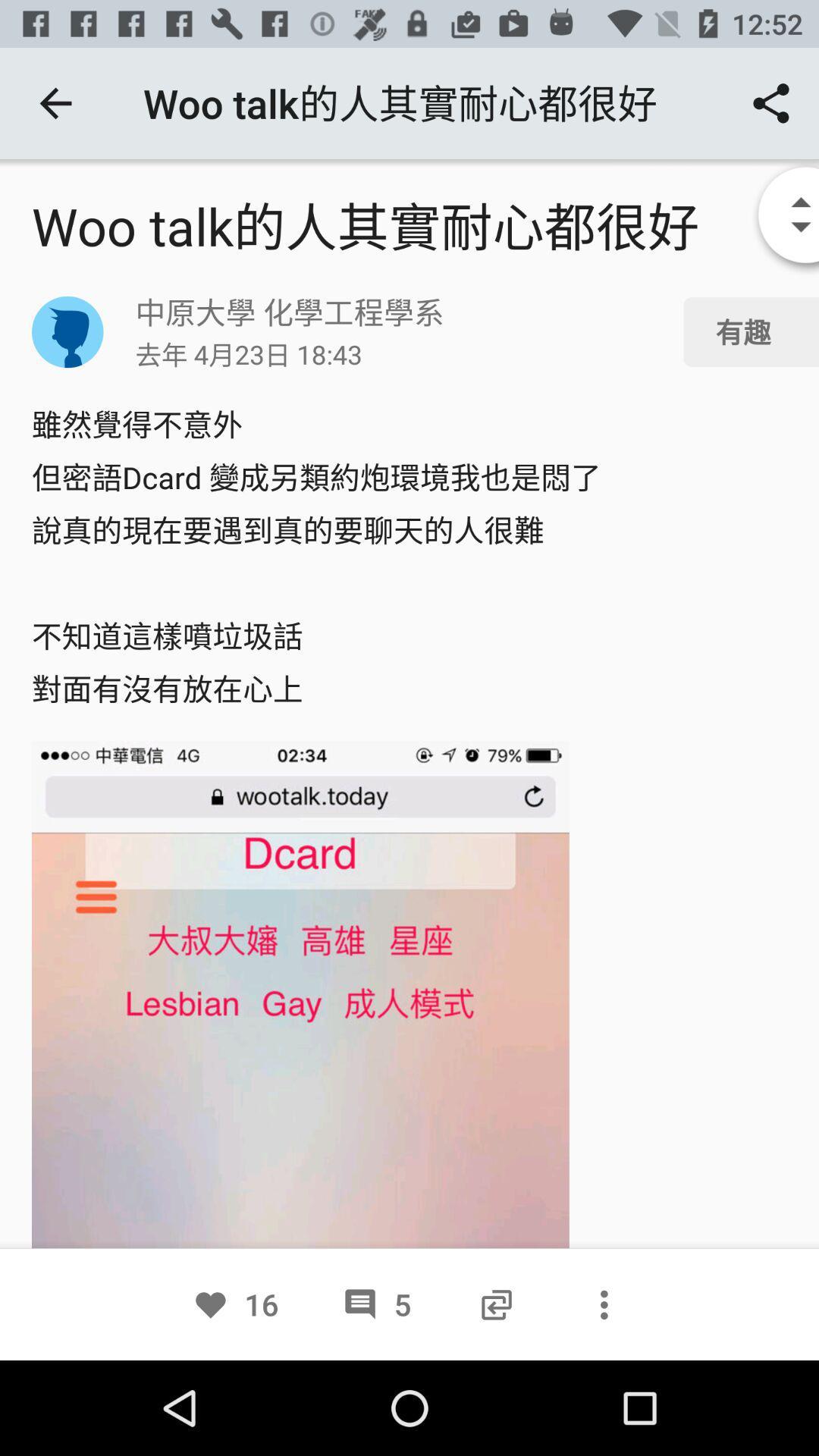 The image size is (819, 1456). I want to click on 5 icon, so click(375, 1304).